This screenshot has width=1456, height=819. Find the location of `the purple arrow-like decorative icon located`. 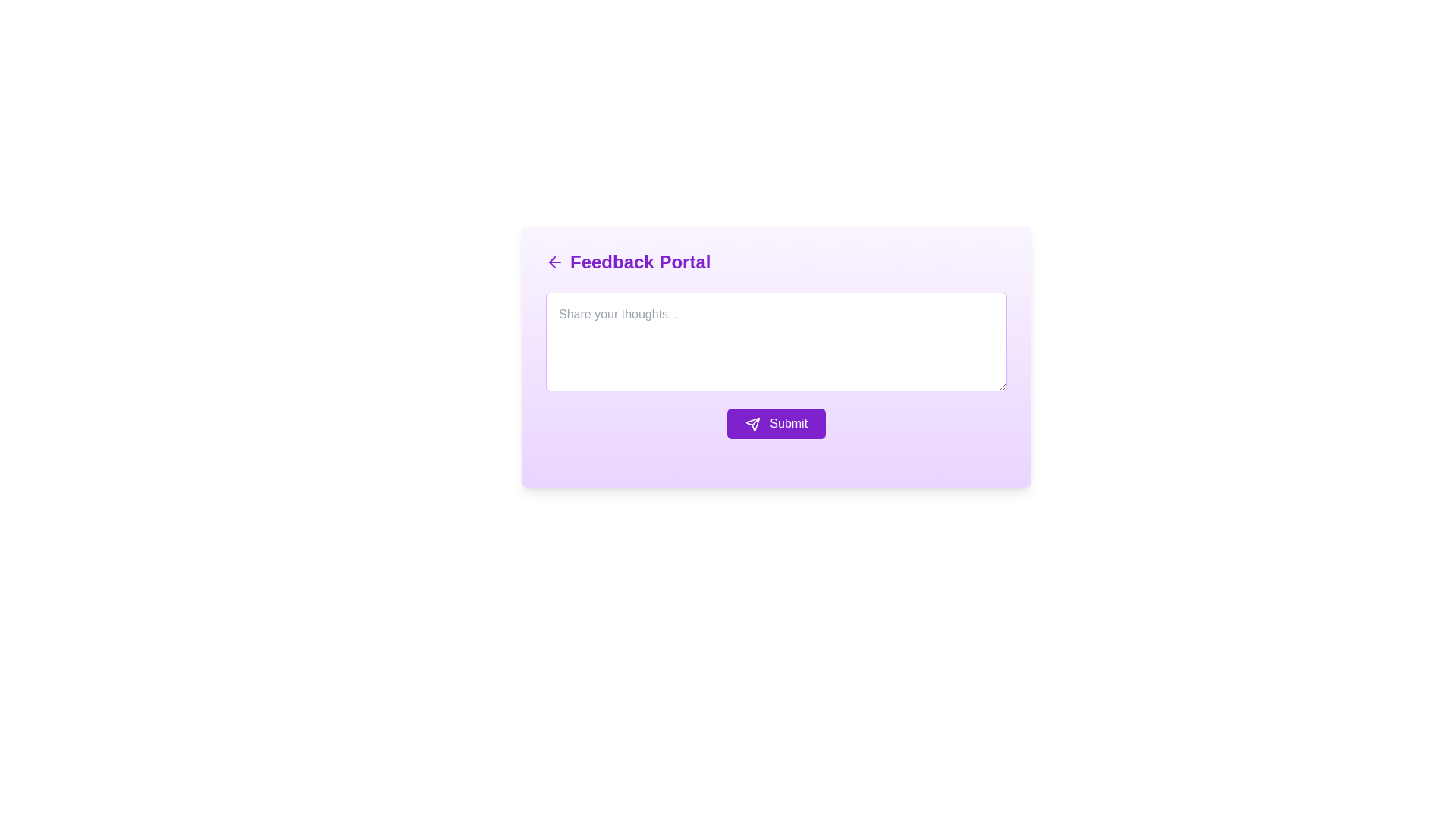

the purple arrow-like decorative icon located is located at coordinates (752, 424).